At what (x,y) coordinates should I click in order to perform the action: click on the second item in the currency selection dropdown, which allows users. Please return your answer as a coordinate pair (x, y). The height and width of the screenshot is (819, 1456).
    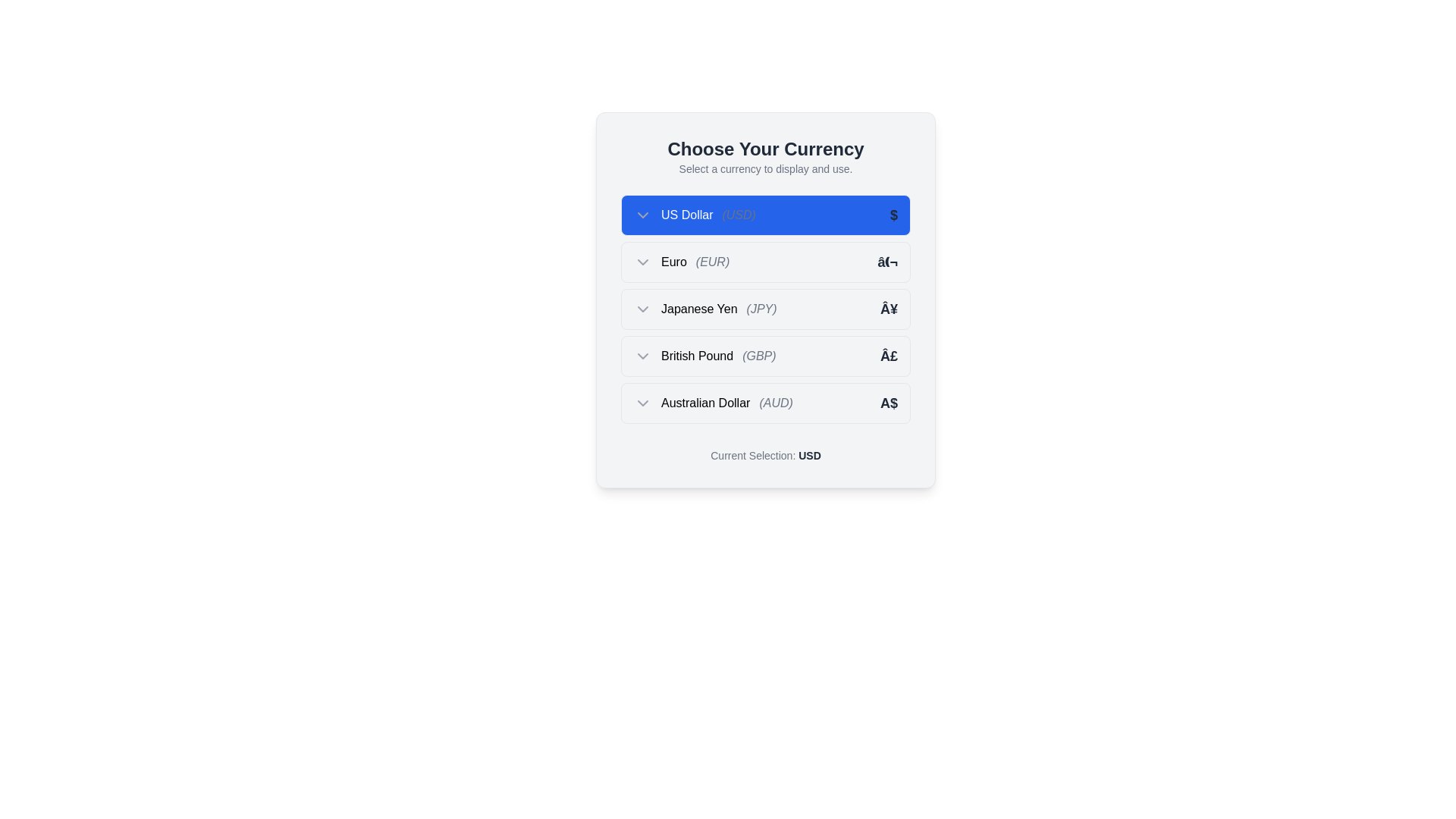
    Looking at the image, I should click on (765, 262).